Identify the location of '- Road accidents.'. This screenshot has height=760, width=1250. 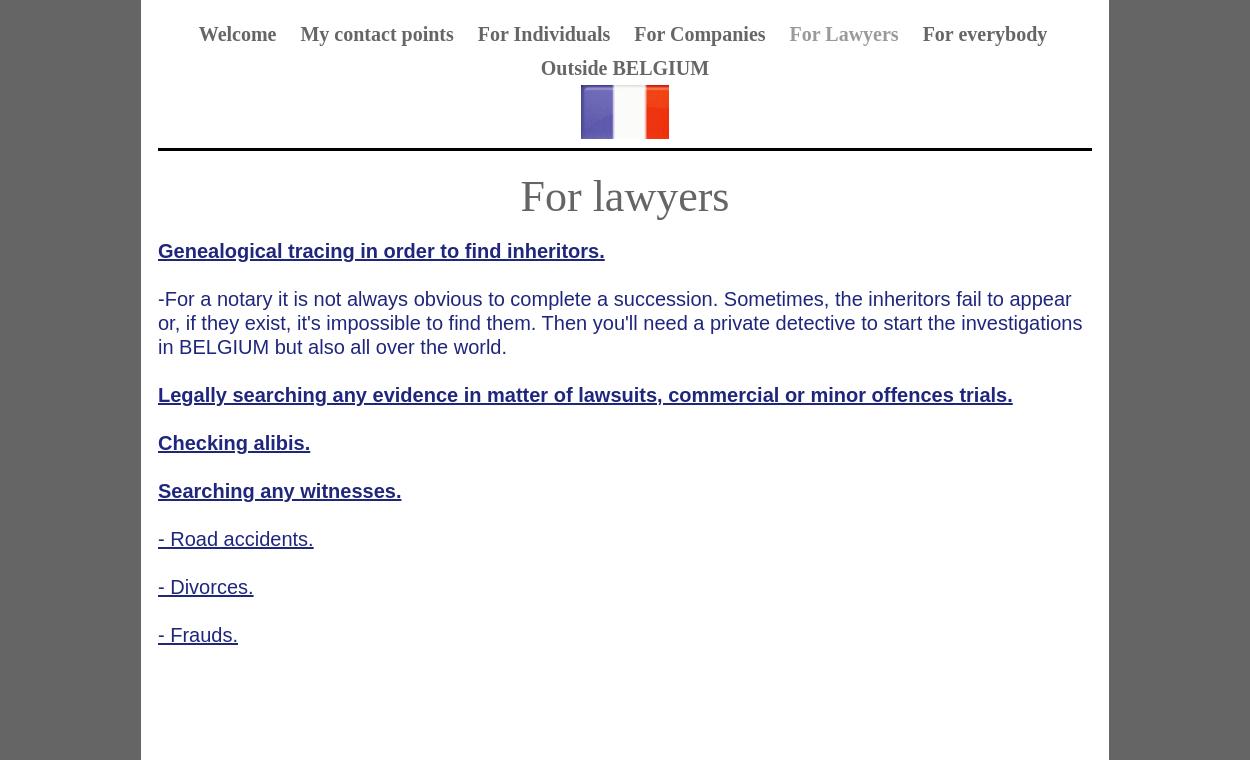
(234, 538).